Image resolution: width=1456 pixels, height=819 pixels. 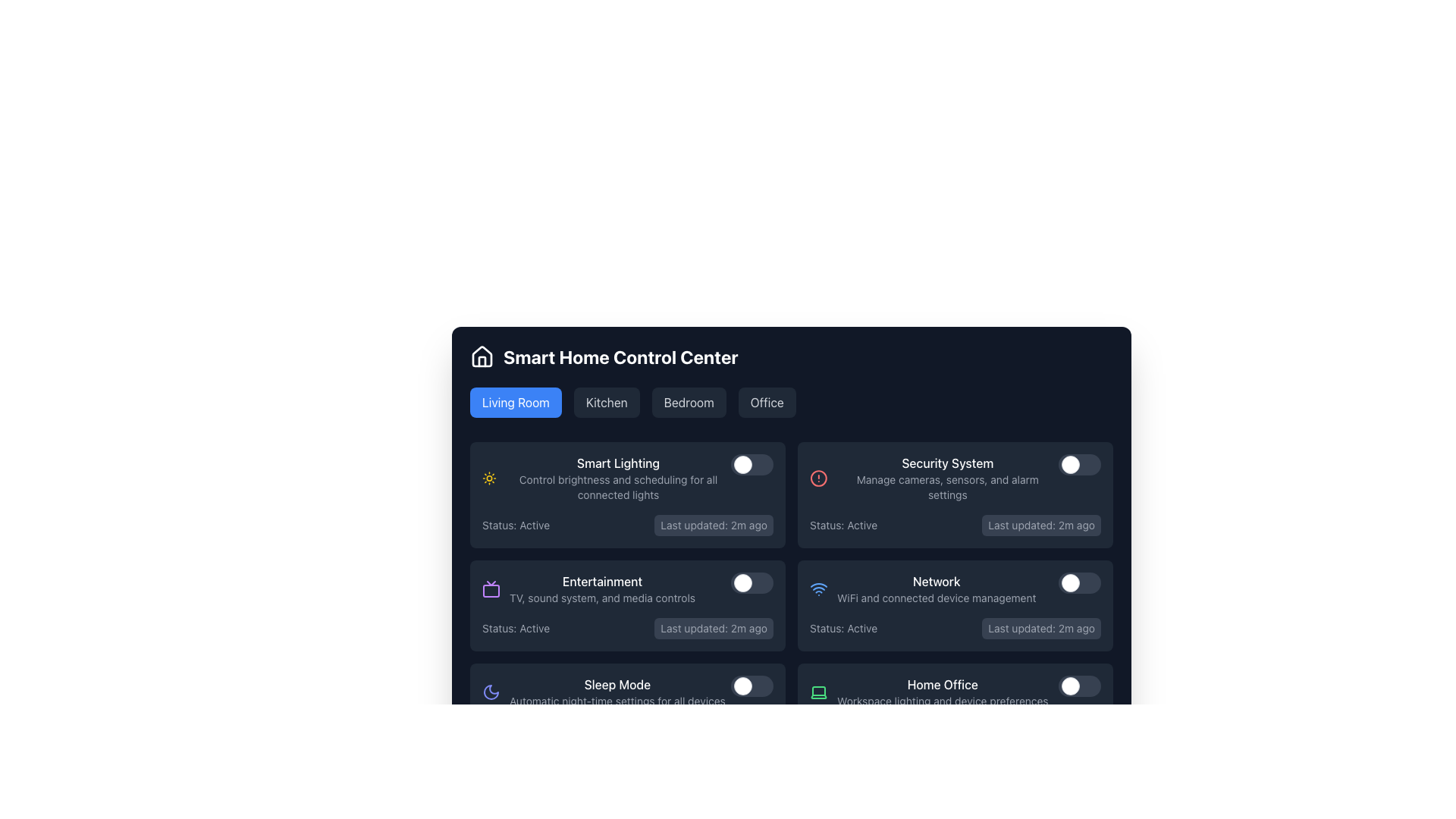 What do you see at coordinates (618, 479) in the screenshot?
I see `the informational text block displaying 'Smart Lighting' with a description below it, located in the upper-left portion of the grid under 'Smart Home Control Center'` at bounding box center [618, 479].